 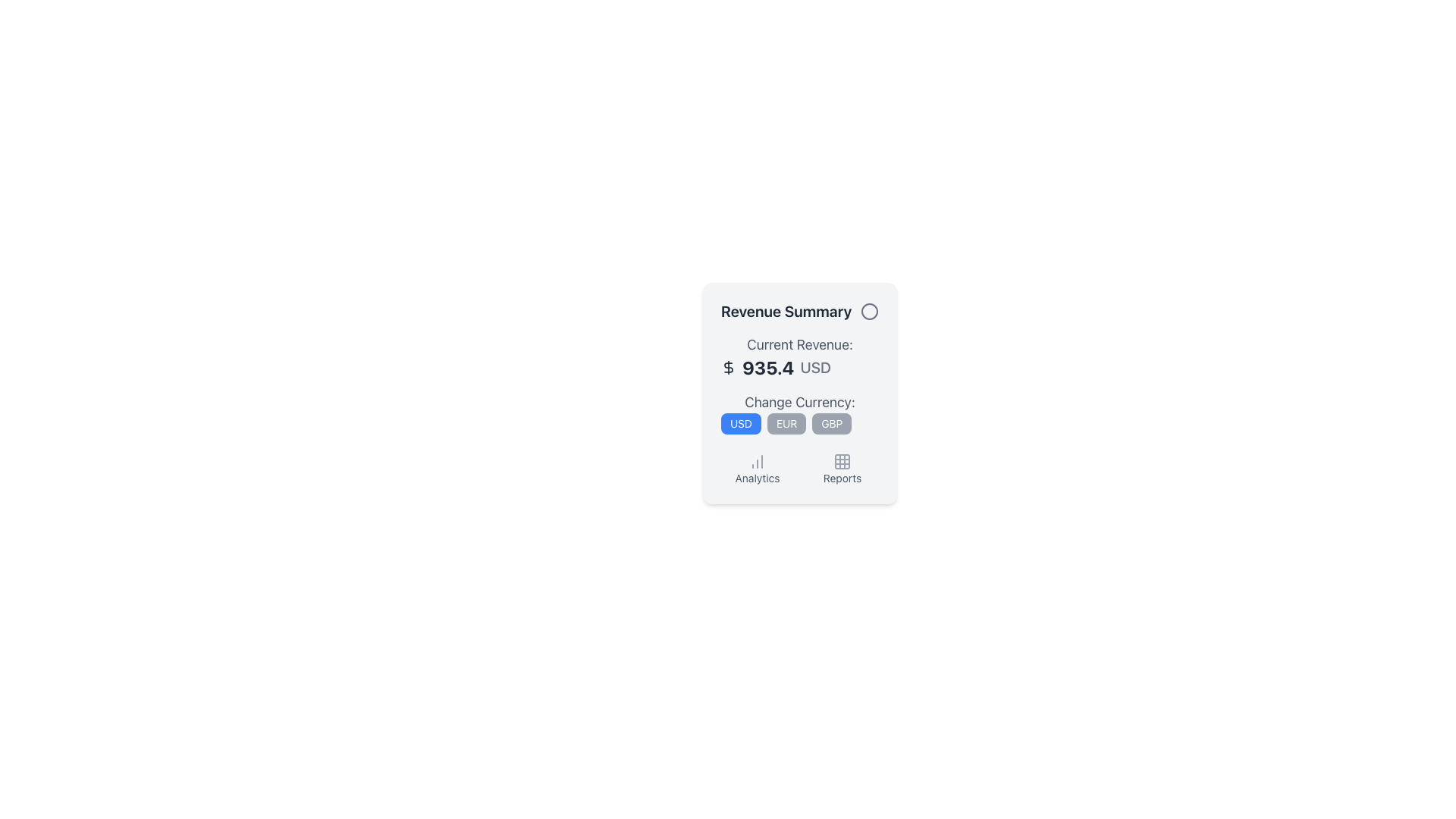 I want to click on the currency icon that indicates the monetary context of the adjacent numerical value, which is located to the far left of '935.4 USD' under the label 'Current Revenue:', so click(x=728, y=368).